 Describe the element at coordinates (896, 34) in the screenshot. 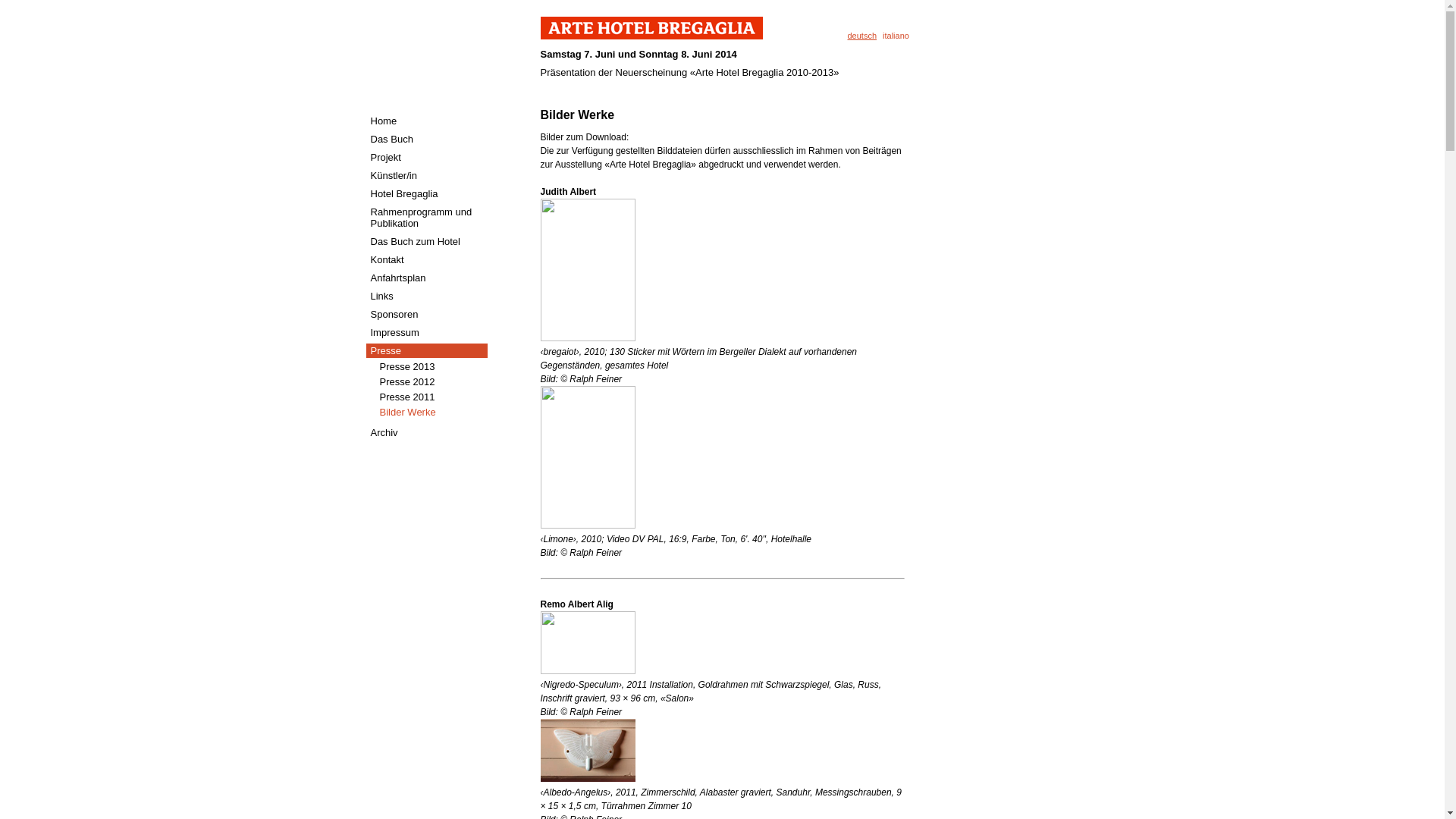

I see `'italiano'` at that location.